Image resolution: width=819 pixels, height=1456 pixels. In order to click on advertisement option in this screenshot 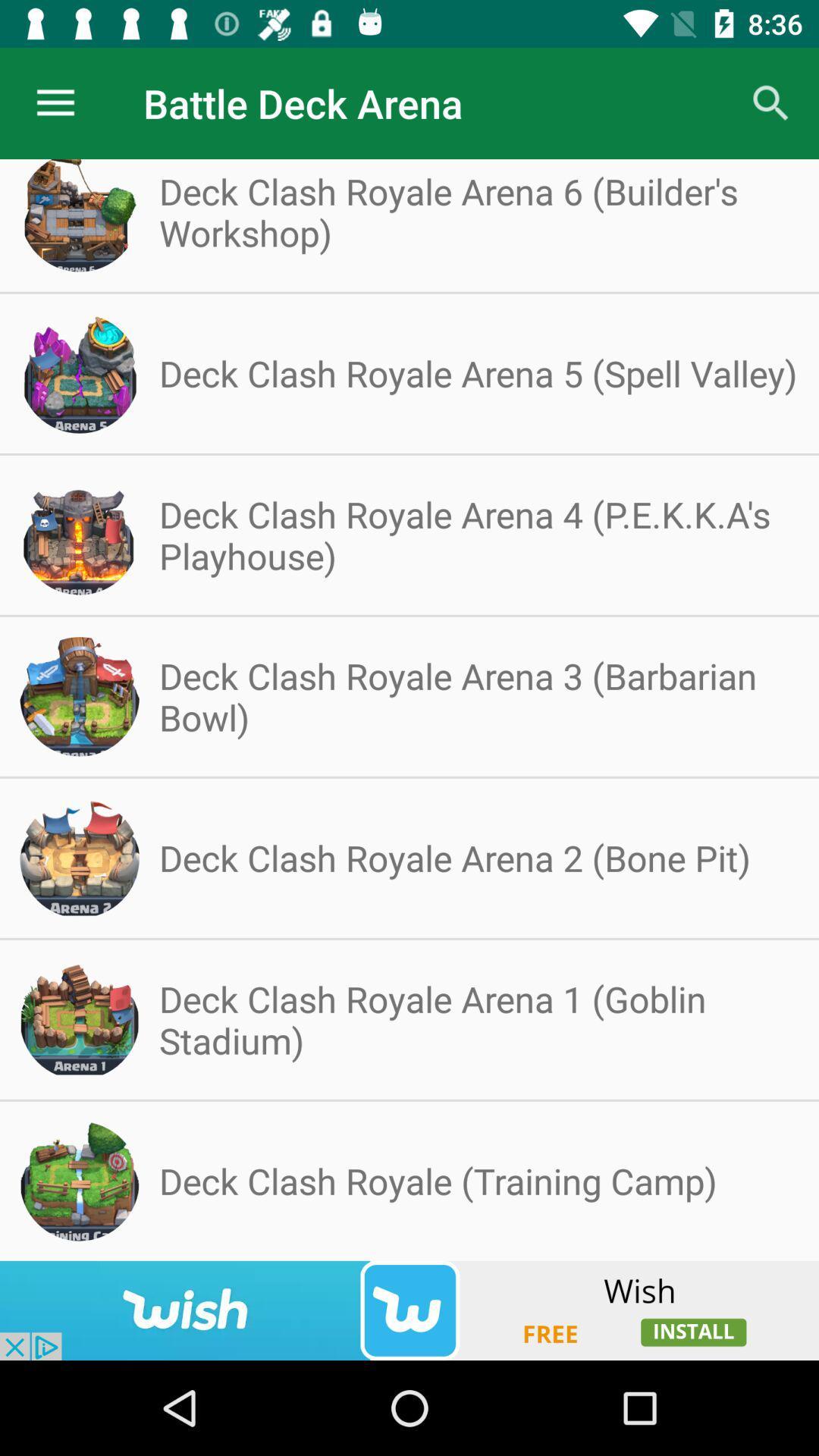, I will do `click(409, 1310)`.